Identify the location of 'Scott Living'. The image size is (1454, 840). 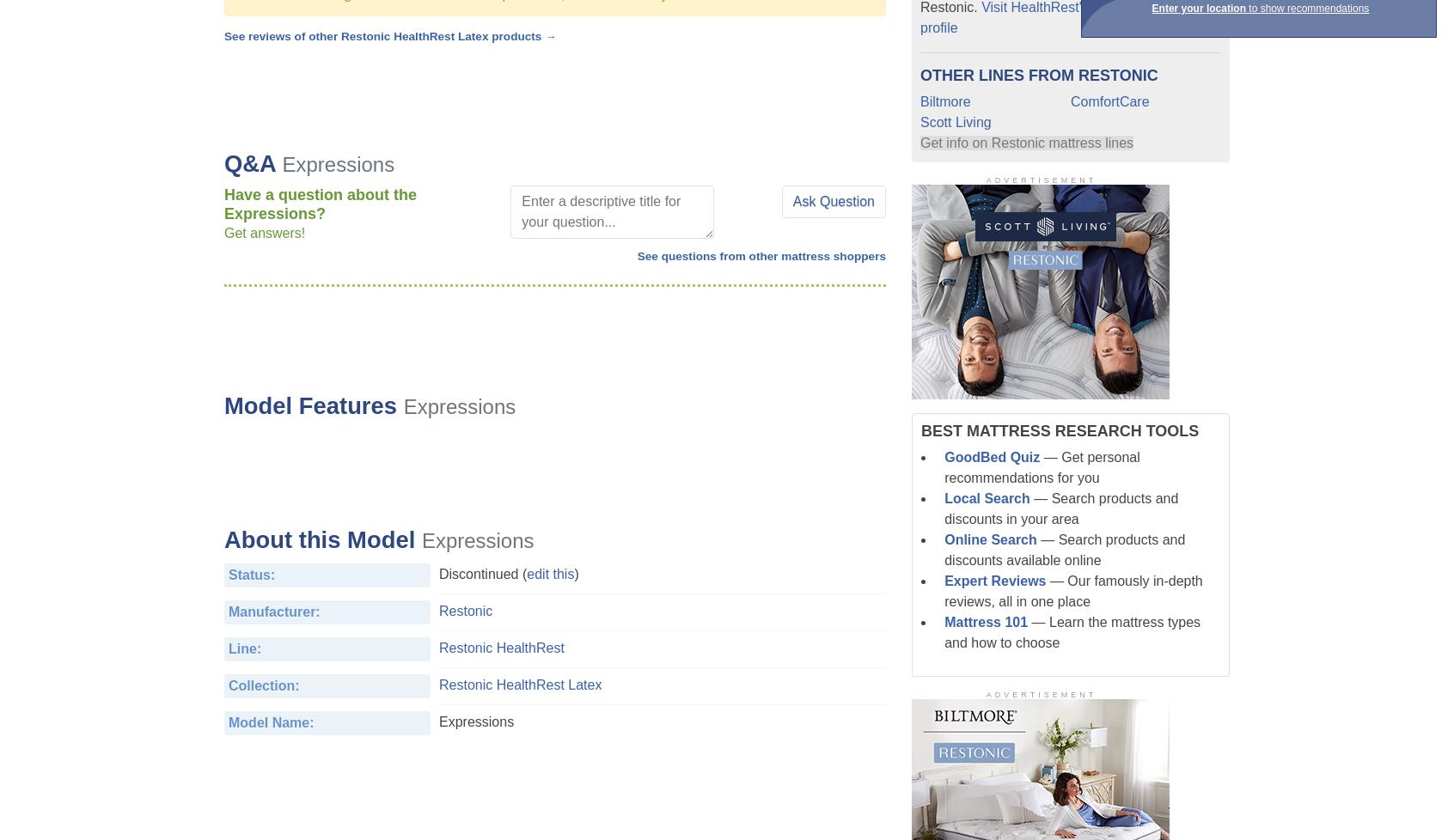
(955, 121).